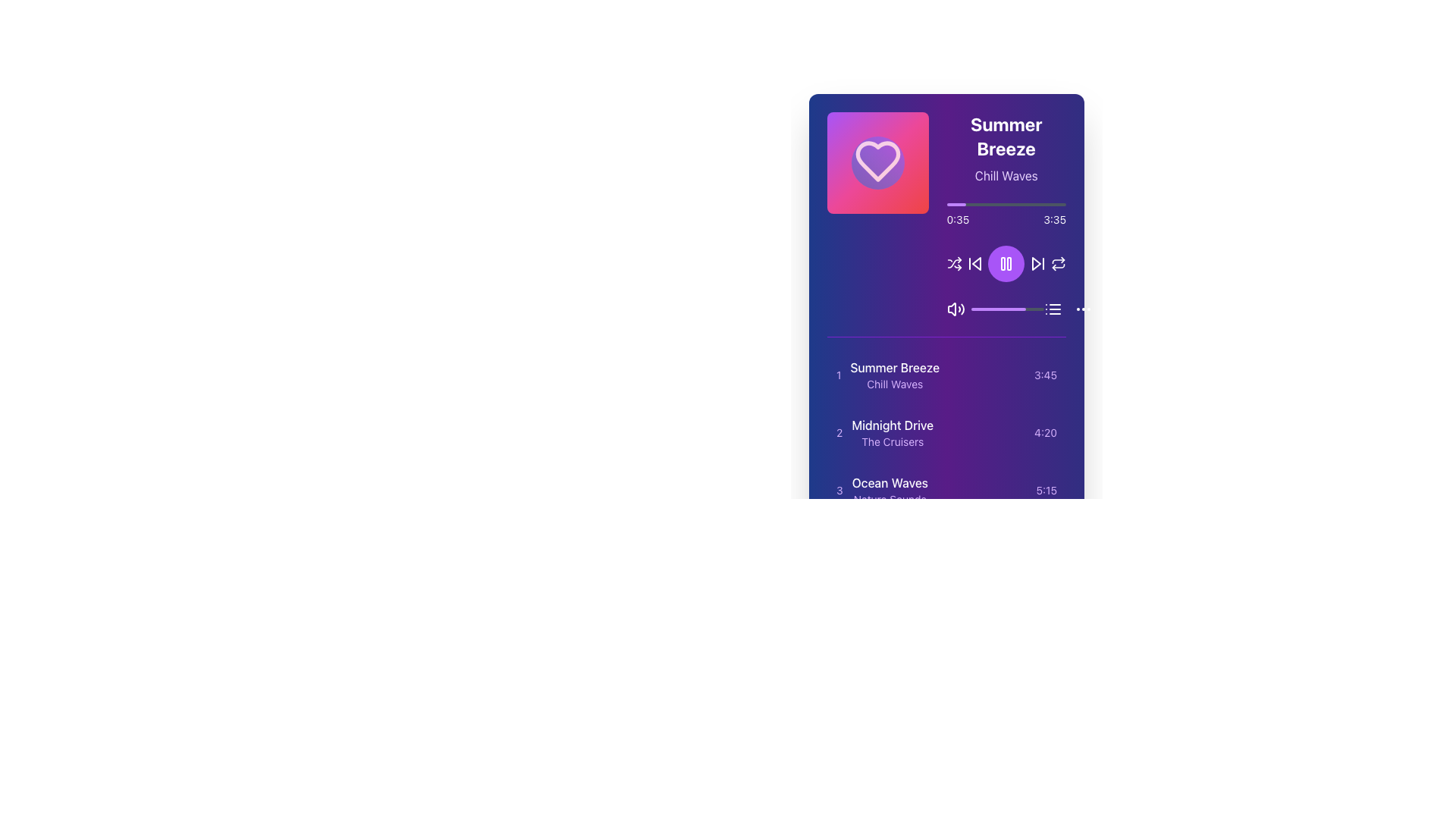 The width and height of the screenshot is (1456, 819). What do you see at coordinates (1019, 309) in the screenshot?
I see `the progress value` at bounding box center [1019, 309].